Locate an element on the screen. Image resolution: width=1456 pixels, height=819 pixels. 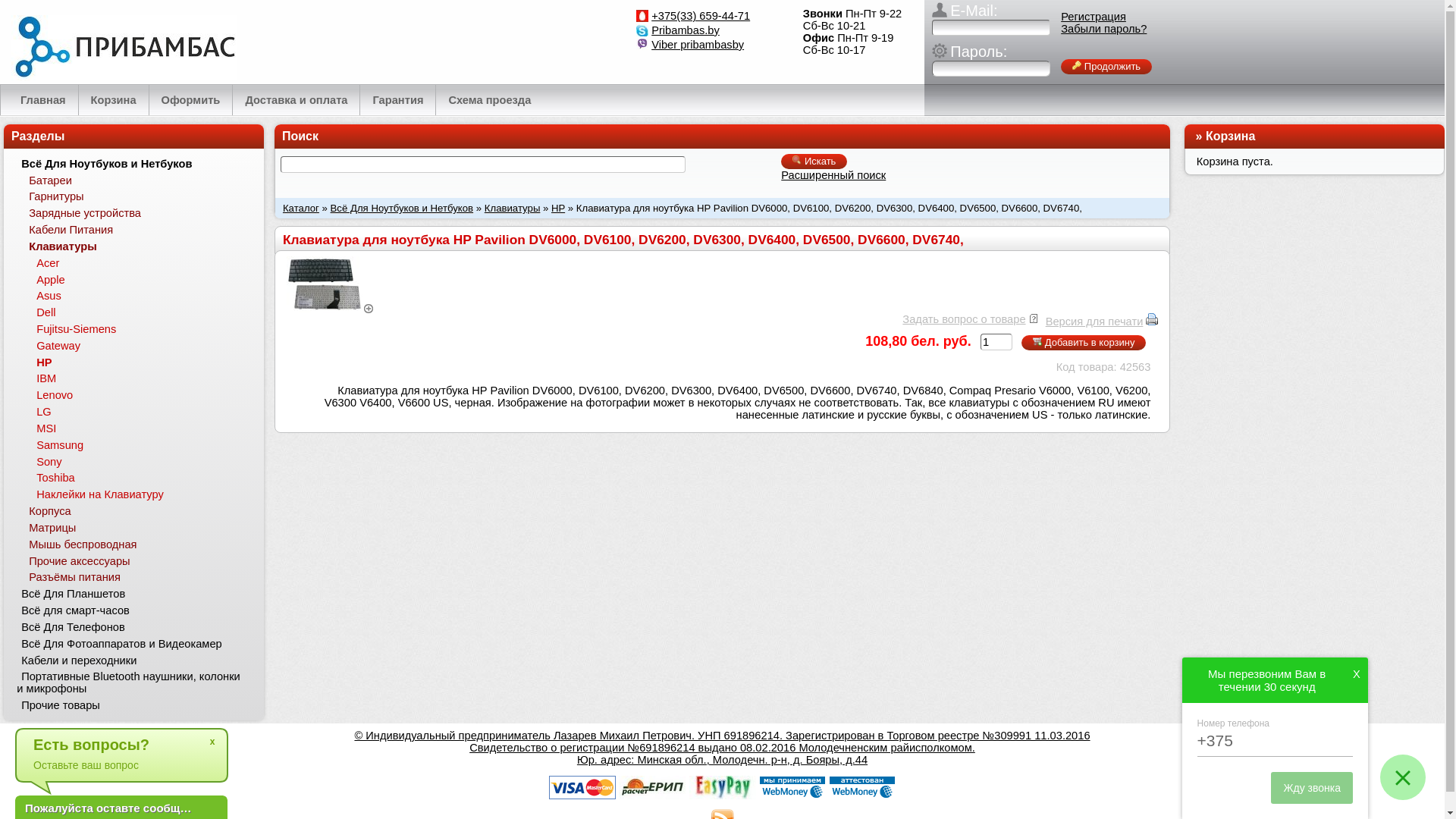
'x' is located at coordinates (211, 741).